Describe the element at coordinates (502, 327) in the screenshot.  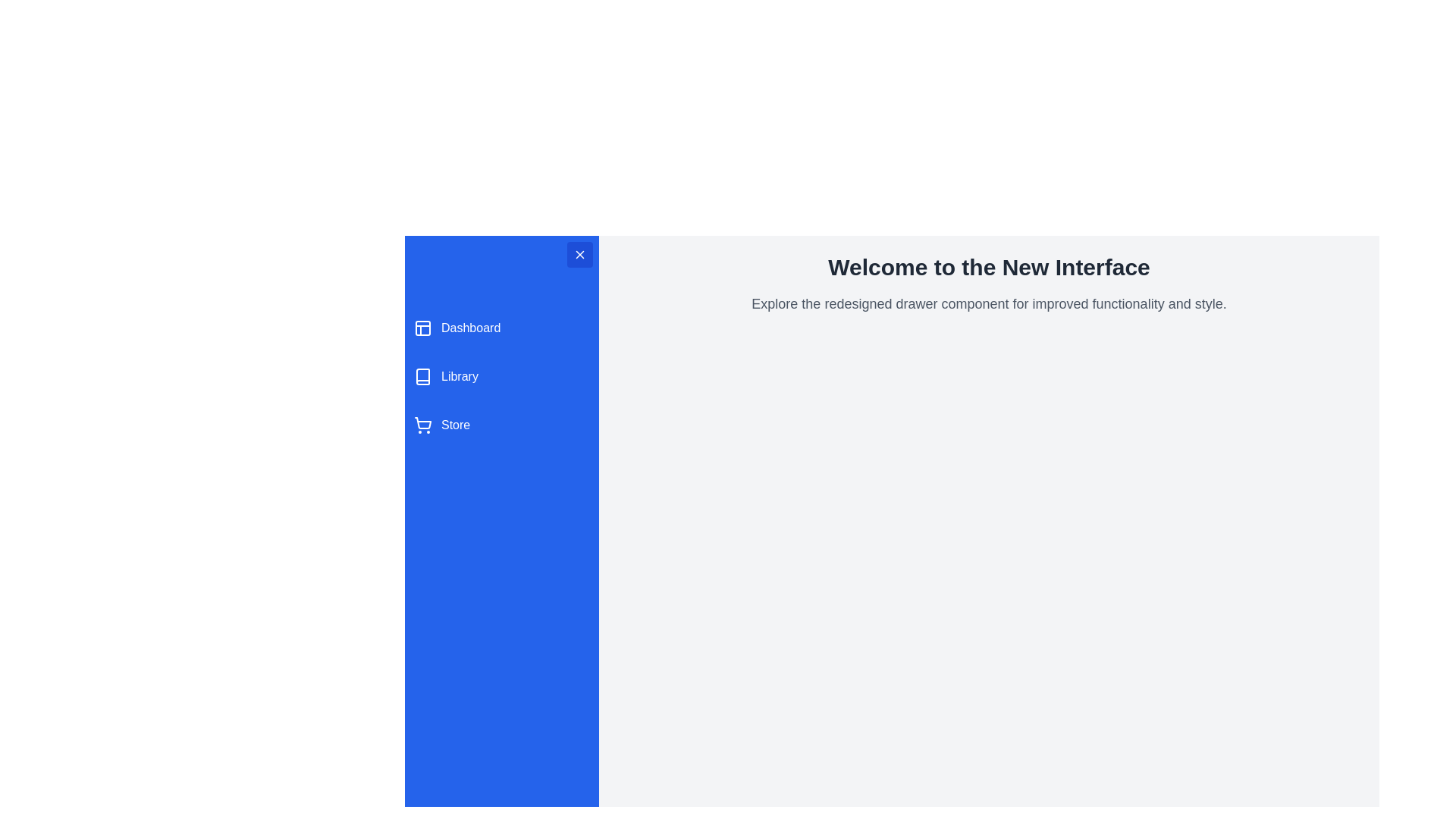
I see `the navigational button with a blue background labeled 'Dashboard' located in the left sidebar near the top` at that location.